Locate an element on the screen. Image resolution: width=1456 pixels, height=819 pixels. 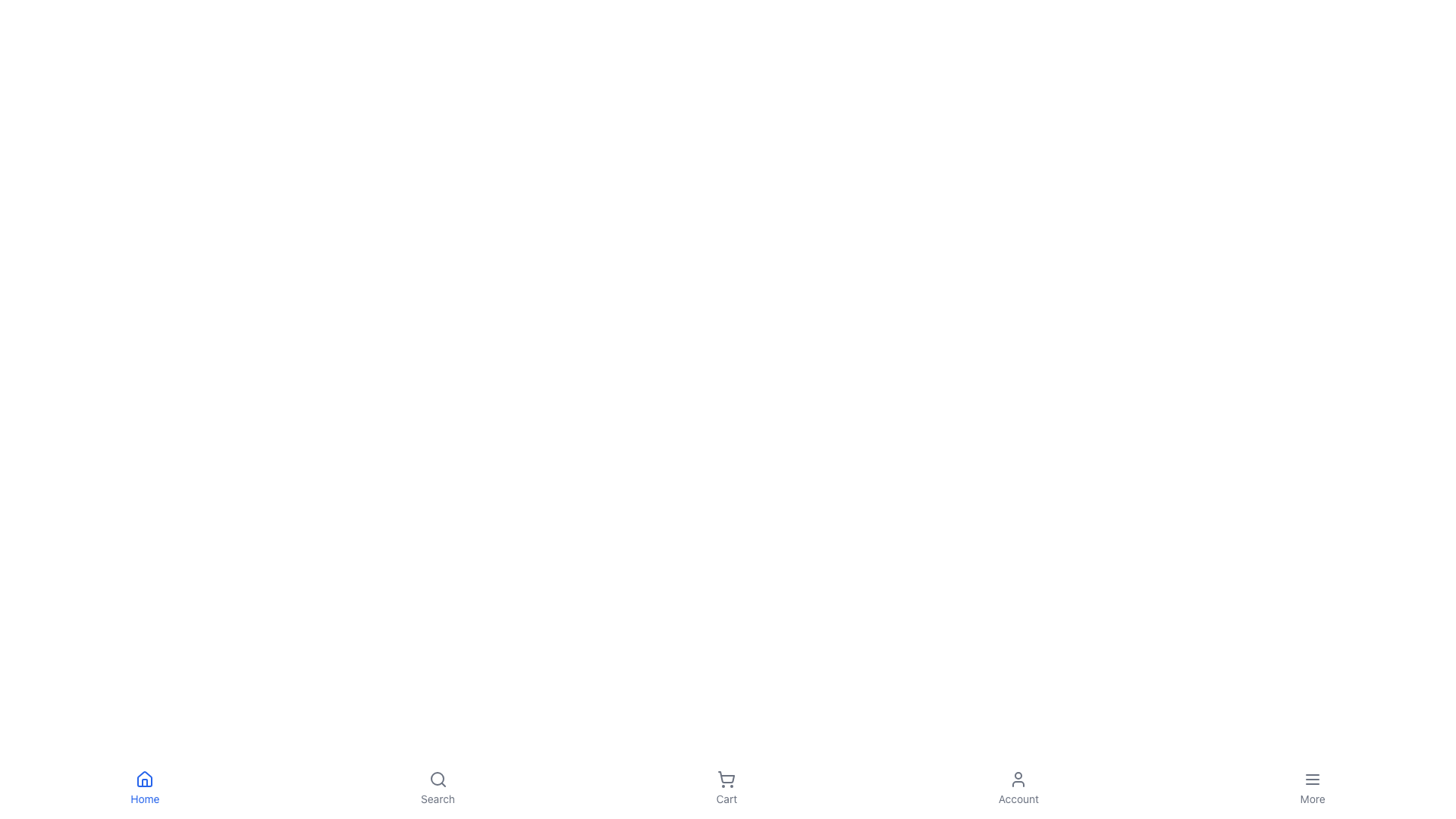
the 'More' button icon located at the far right of the bottom navigation bar is located at coordinates (1312, 780).